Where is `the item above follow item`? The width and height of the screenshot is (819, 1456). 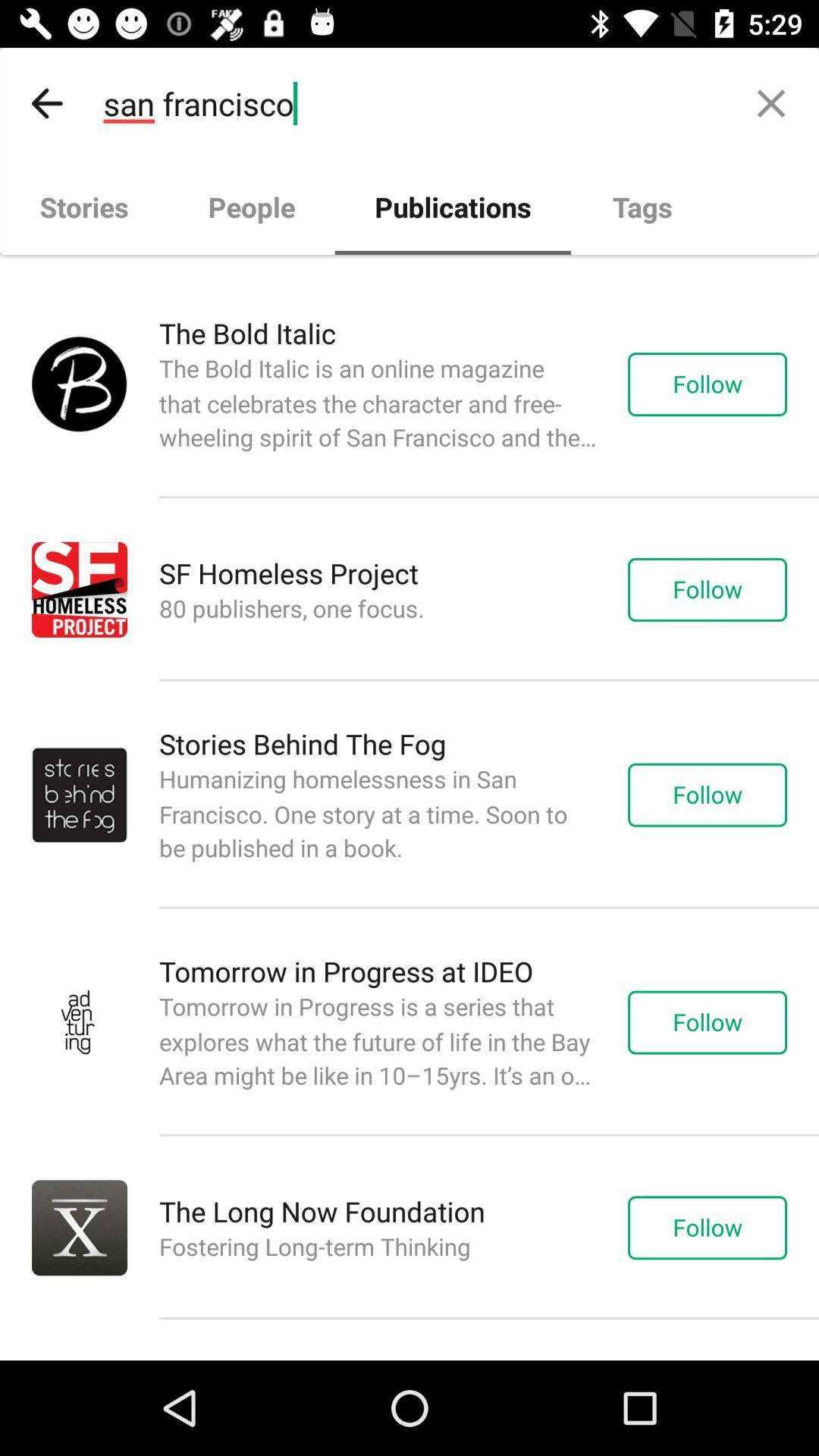 the item above follow item is located at coordinates (771, 102).